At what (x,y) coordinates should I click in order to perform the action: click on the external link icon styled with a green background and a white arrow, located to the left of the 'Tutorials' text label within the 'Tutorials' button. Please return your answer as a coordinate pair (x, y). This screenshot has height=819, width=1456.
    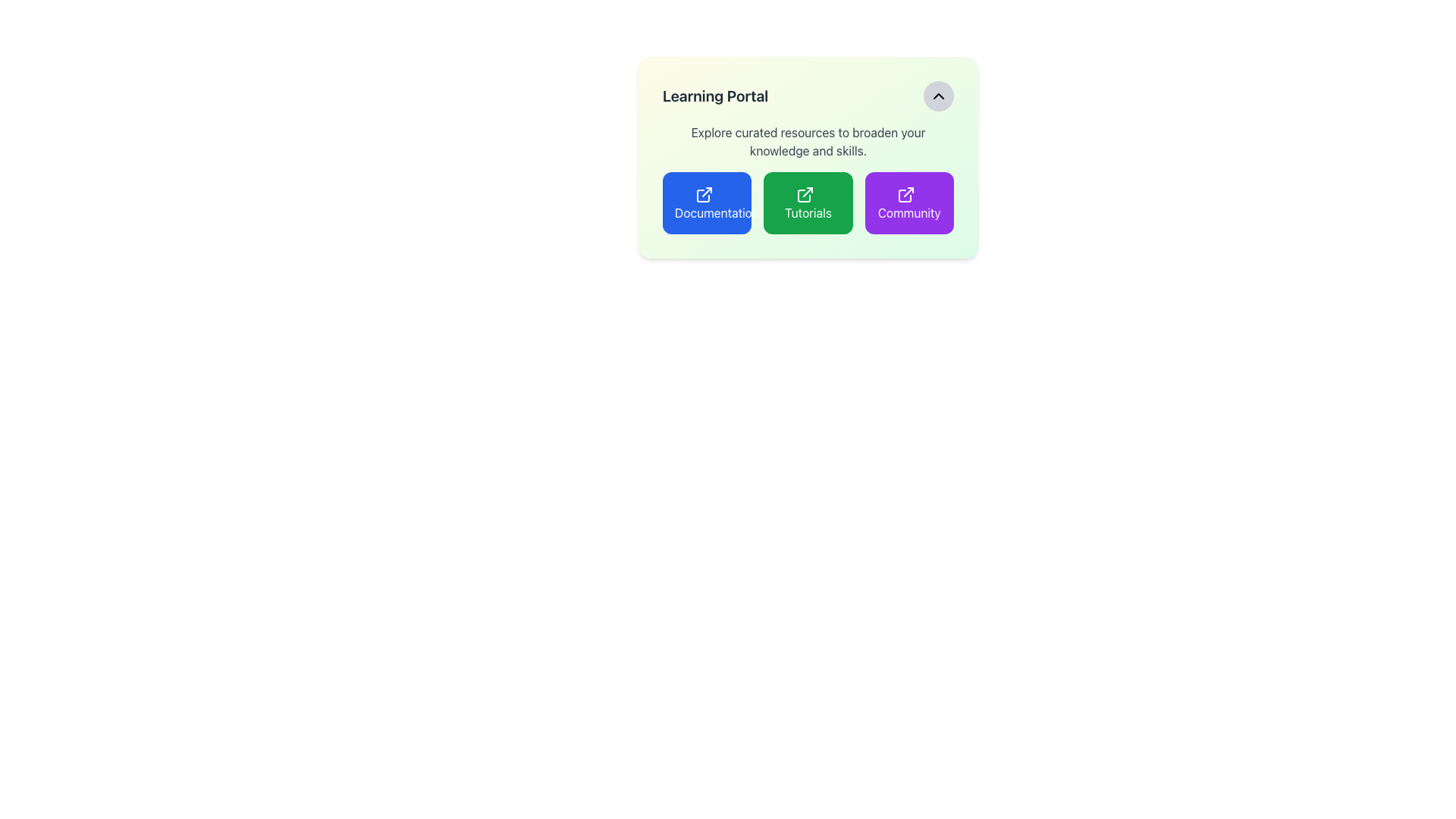
    Looking at the image, I should click on (804, 193).